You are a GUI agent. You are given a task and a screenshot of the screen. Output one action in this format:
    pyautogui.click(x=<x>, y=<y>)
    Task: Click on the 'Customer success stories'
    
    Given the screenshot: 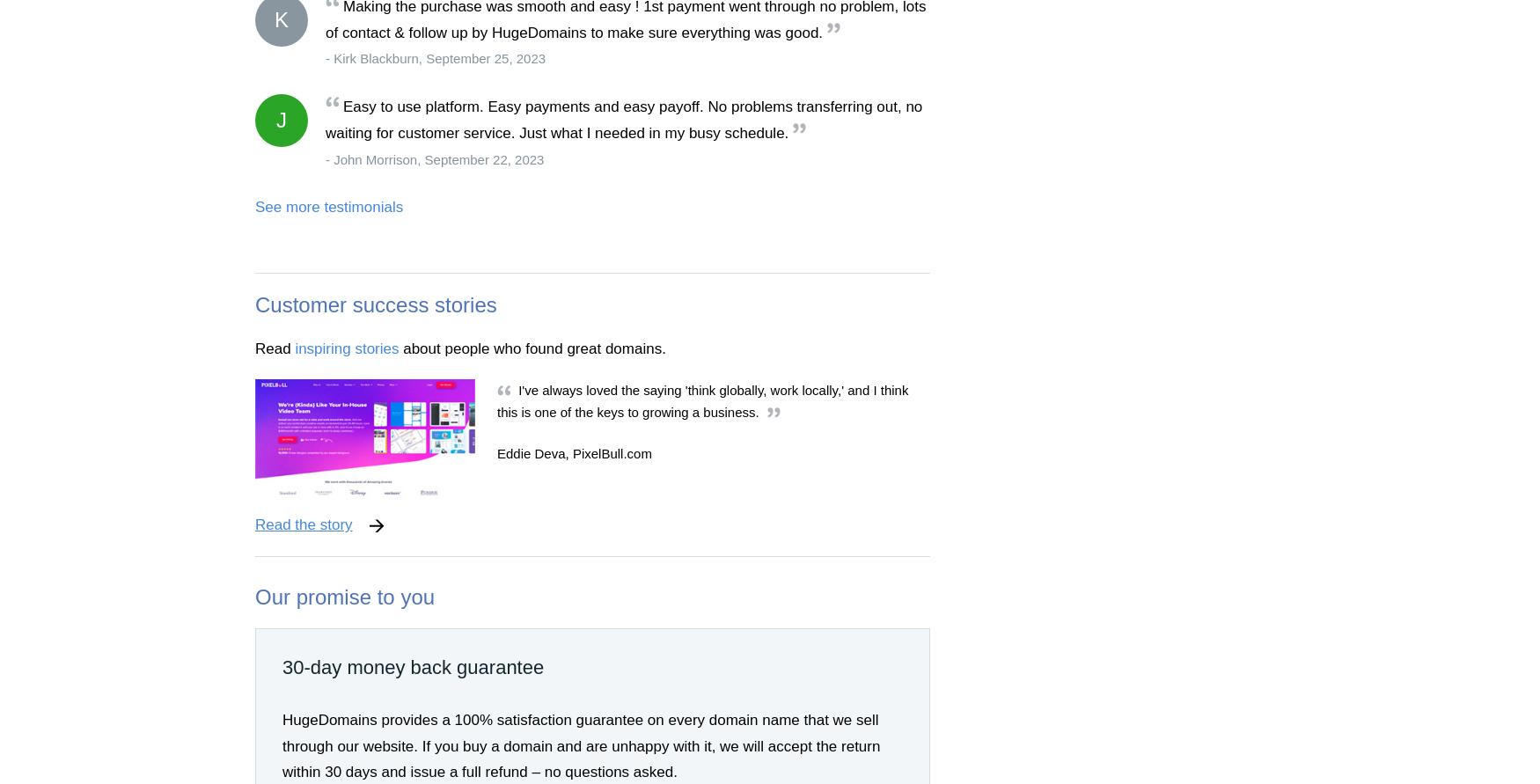 What is the action you would take?
    pyautogui.click(x=375, y=303)
    